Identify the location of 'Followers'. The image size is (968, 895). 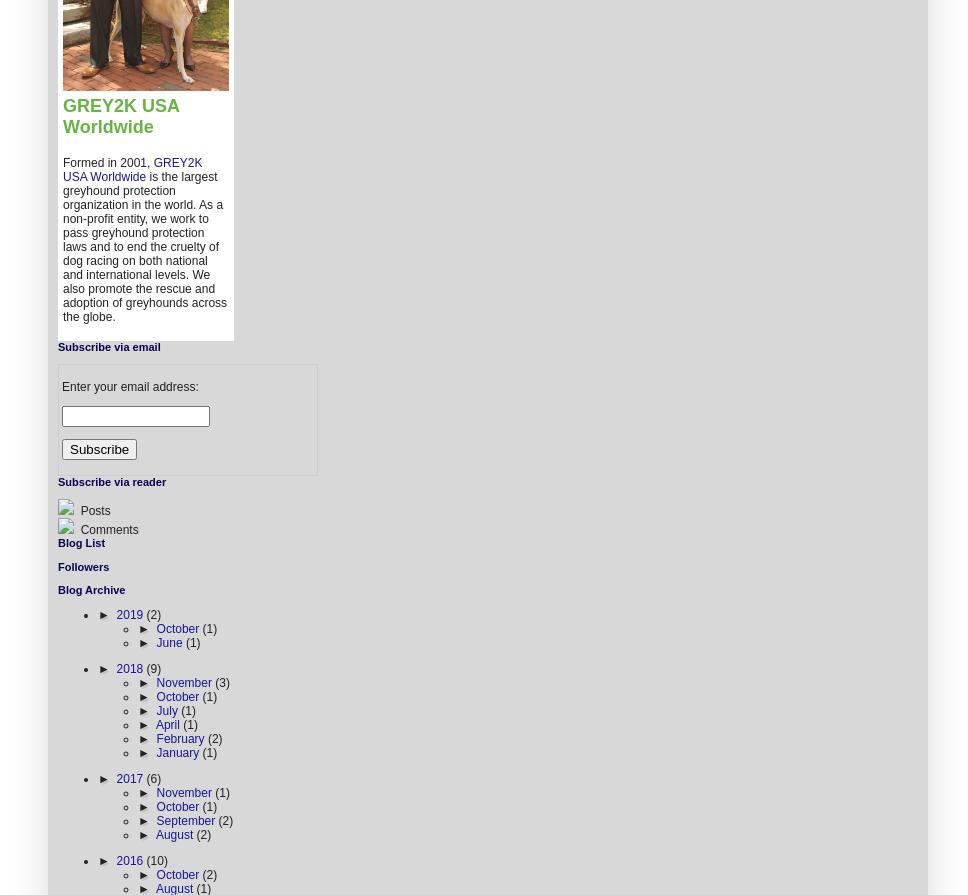
(56, 565).